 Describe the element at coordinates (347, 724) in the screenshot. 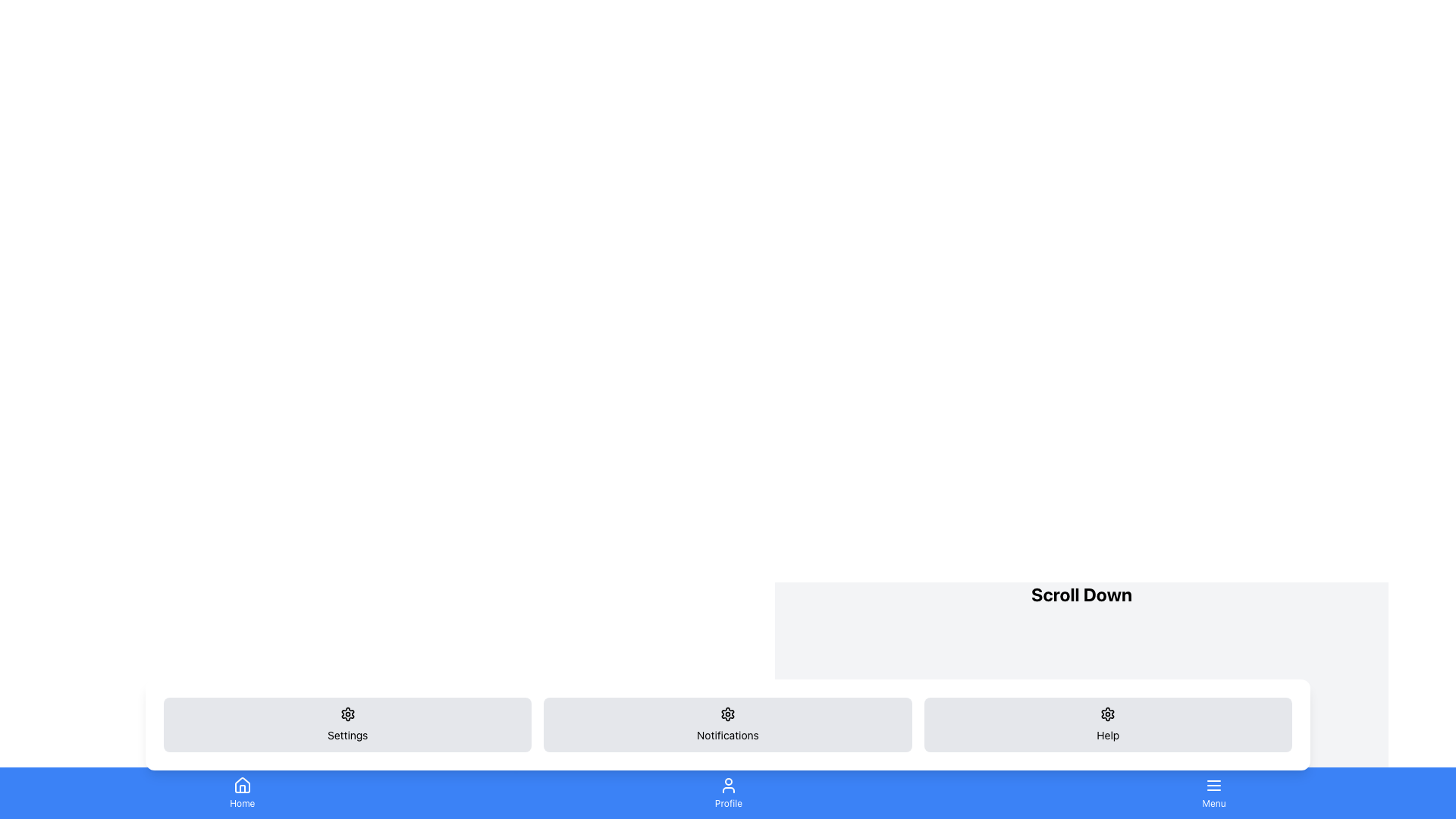

I see `the 'Settings' button with a gear icon to change its background color slightly` at that location.